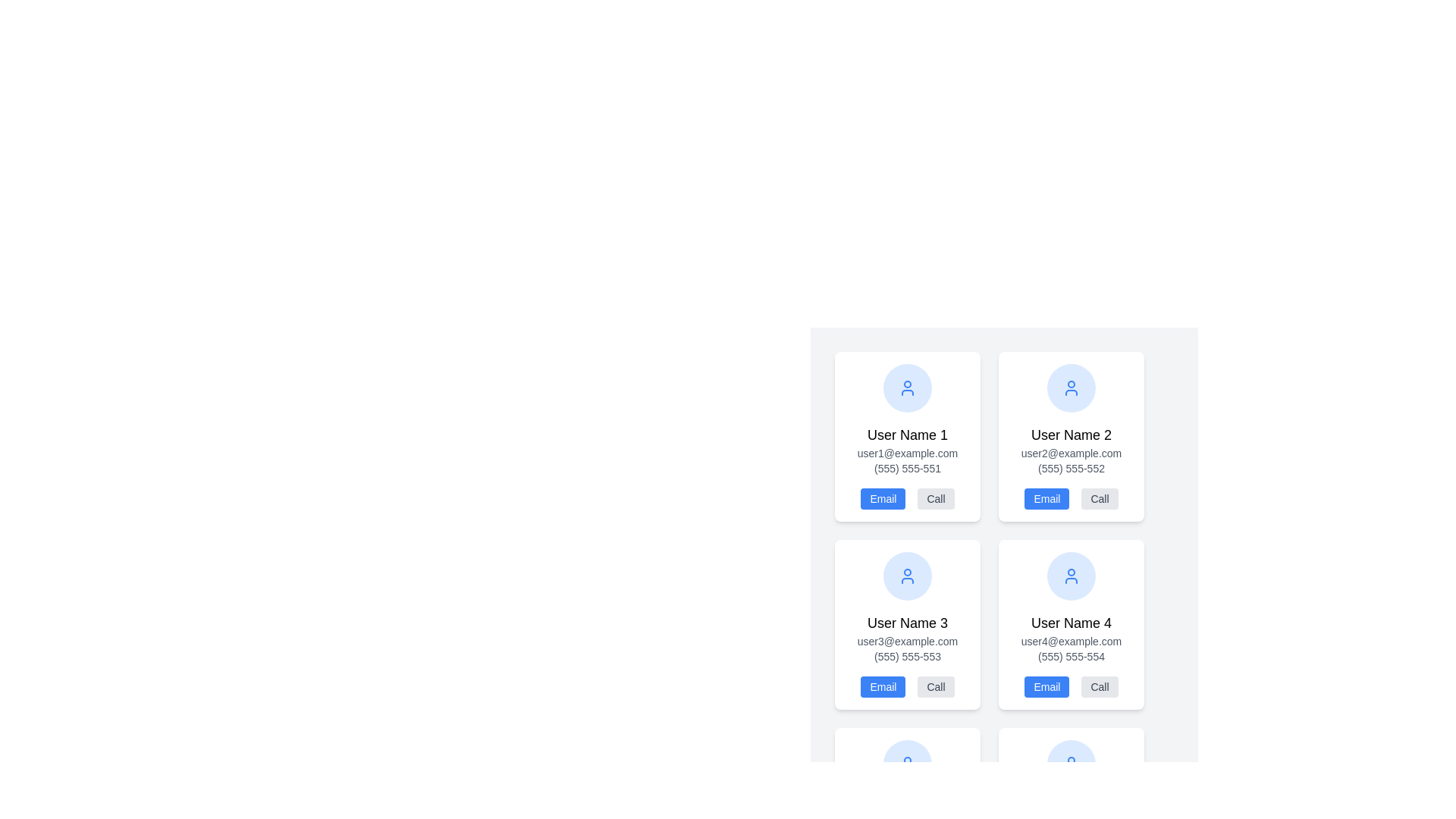  What do you see at coordinates (1070, 623) in the screenshot?
I see `the Text label that displays the user's name in the fourth card of the grid layout, which is centrally located below the icon and above the email text` at bounding box center [1070, 623].